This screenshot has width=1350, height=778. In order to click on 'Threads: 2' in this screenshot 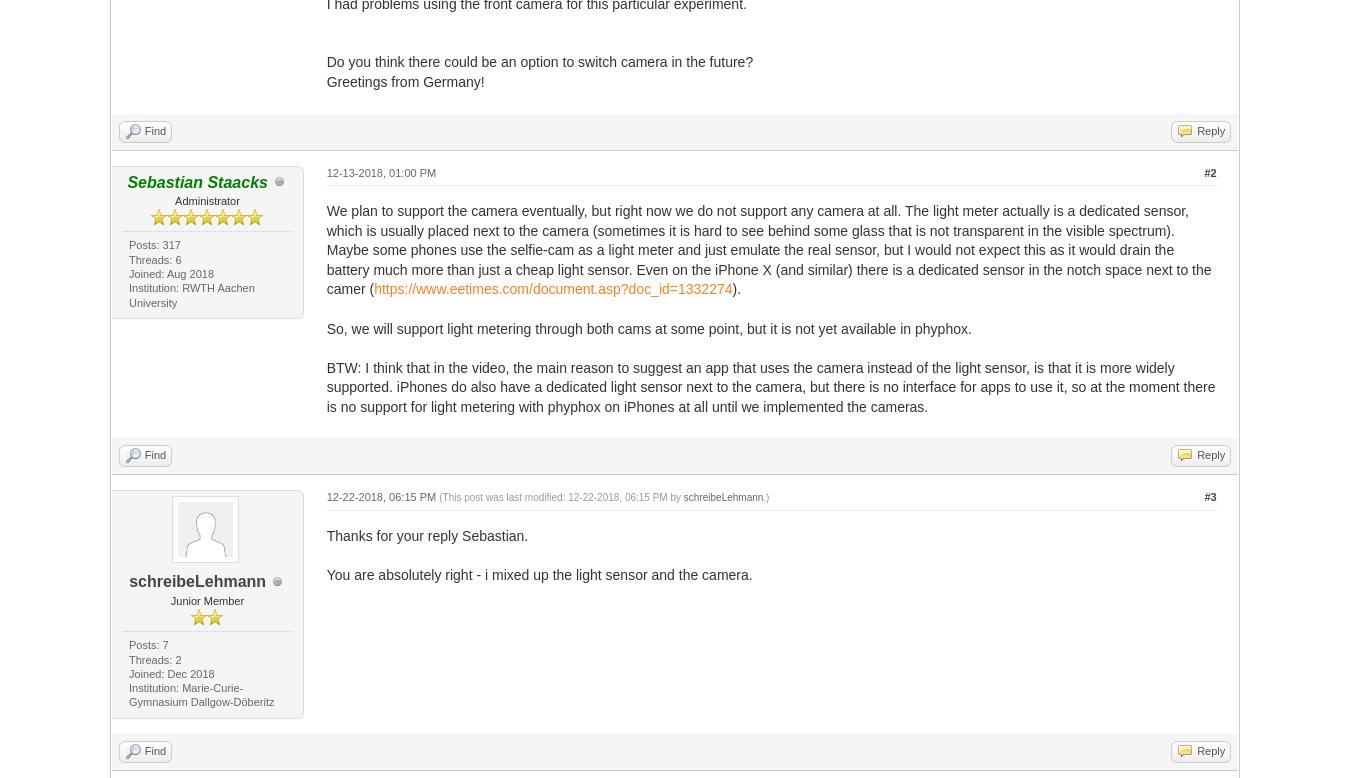, I will do `click(154, 658)`.